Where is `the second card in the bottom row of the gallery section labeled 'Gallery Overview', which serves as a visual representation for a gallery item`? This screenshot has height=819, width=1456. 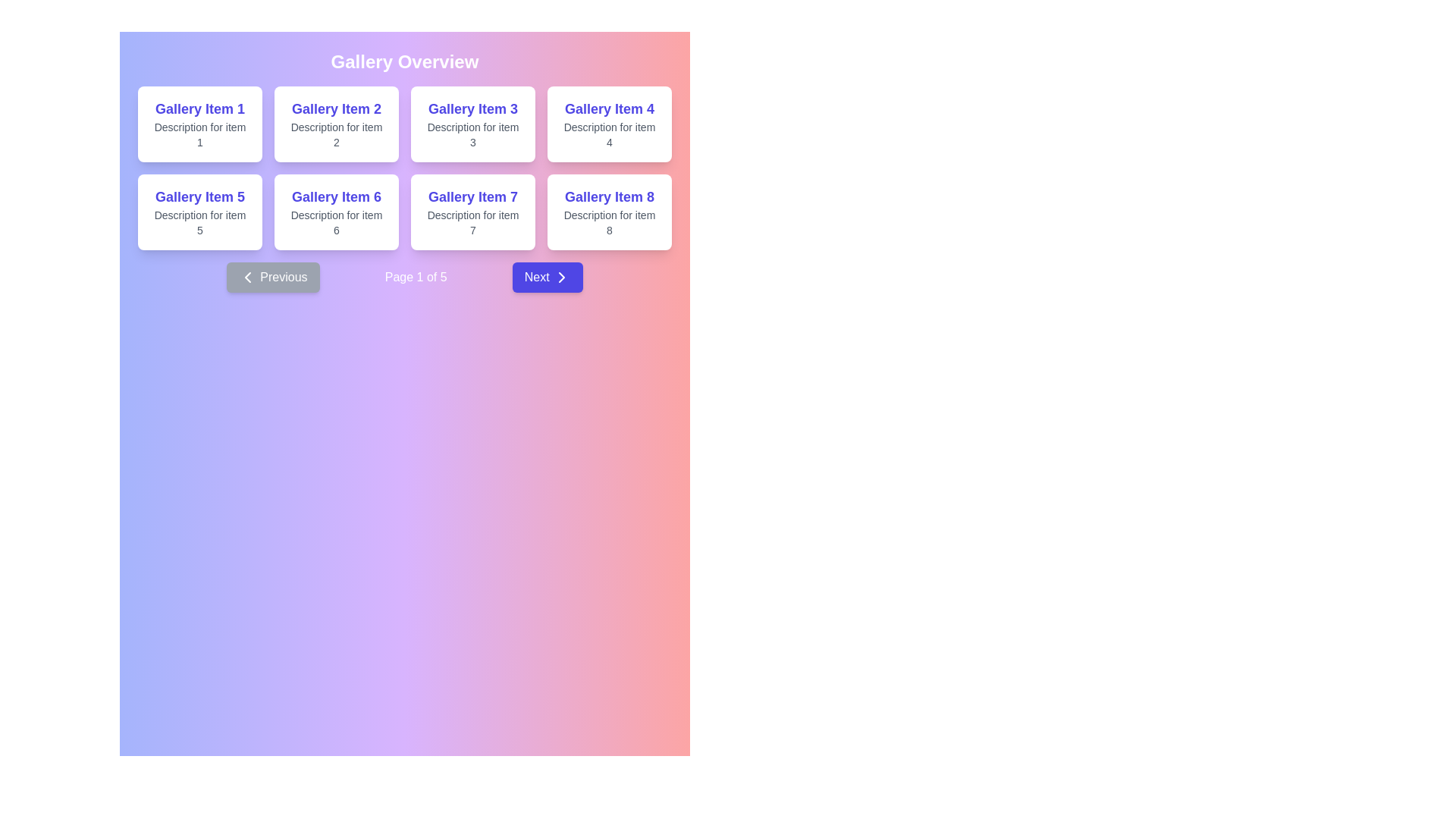 the second card in the bottom row of the gallery section labeled 'Gallery Overview', which serves as a visual representation for a gallery item is located at coordinates (336, 212).